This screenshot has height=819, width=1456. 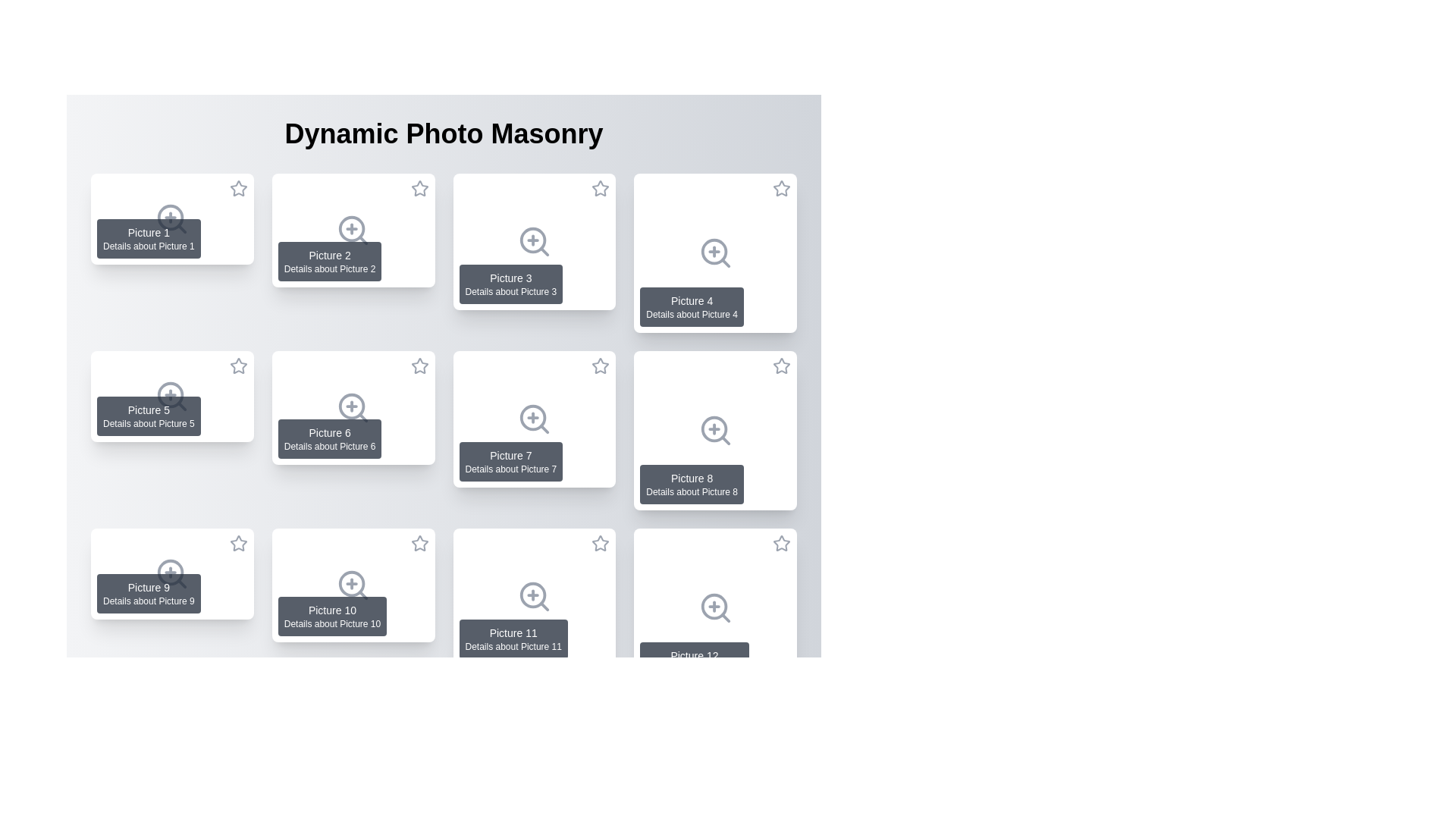 I want to click on the star icon located at the top-right corner of 'Picture 1' card, so click(x=237, y=190).